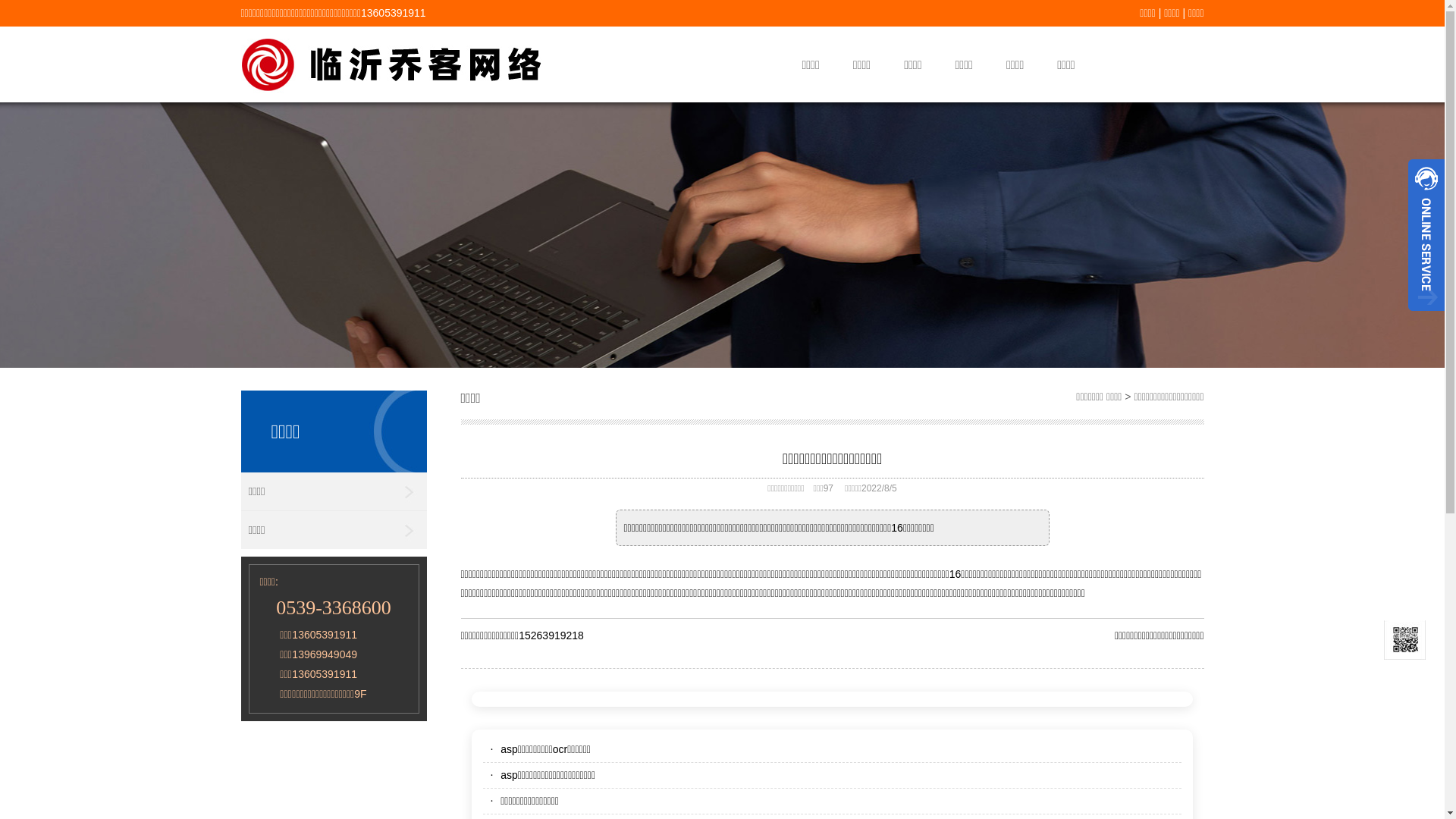 The image size is (1456, 819). What do you see at coordinates (1426, 234) in the screenshot?
I see `' '` at bounding box center [1426, 234].